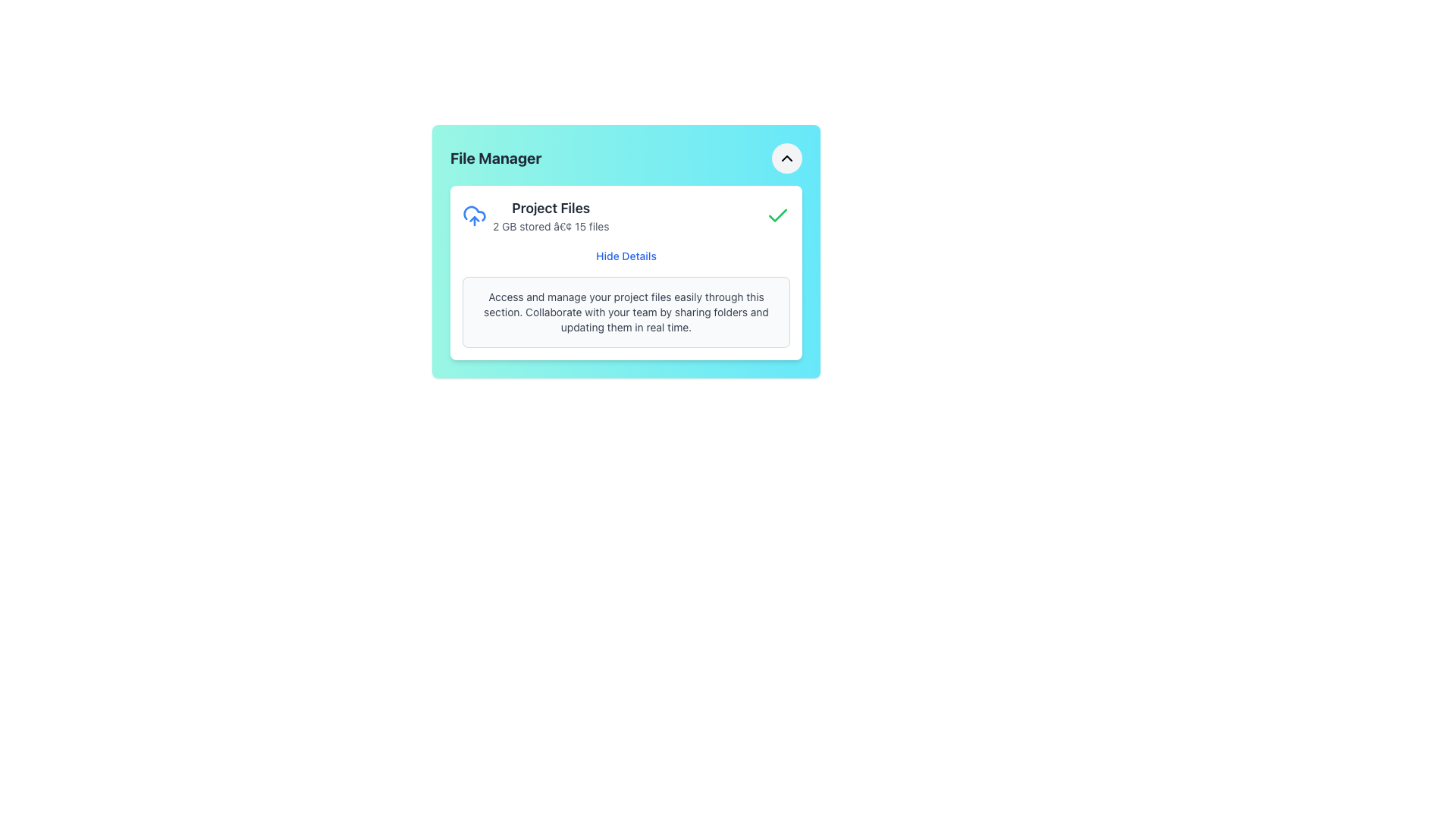 The image size is (1456, 819). Describe the element at coordinates (535, 216) in the screenshot. I see `the Text Block with Icon that presents an overview of the user's stored project files, located below the 'File Manager' header and above 'Hide Details'` at that location.